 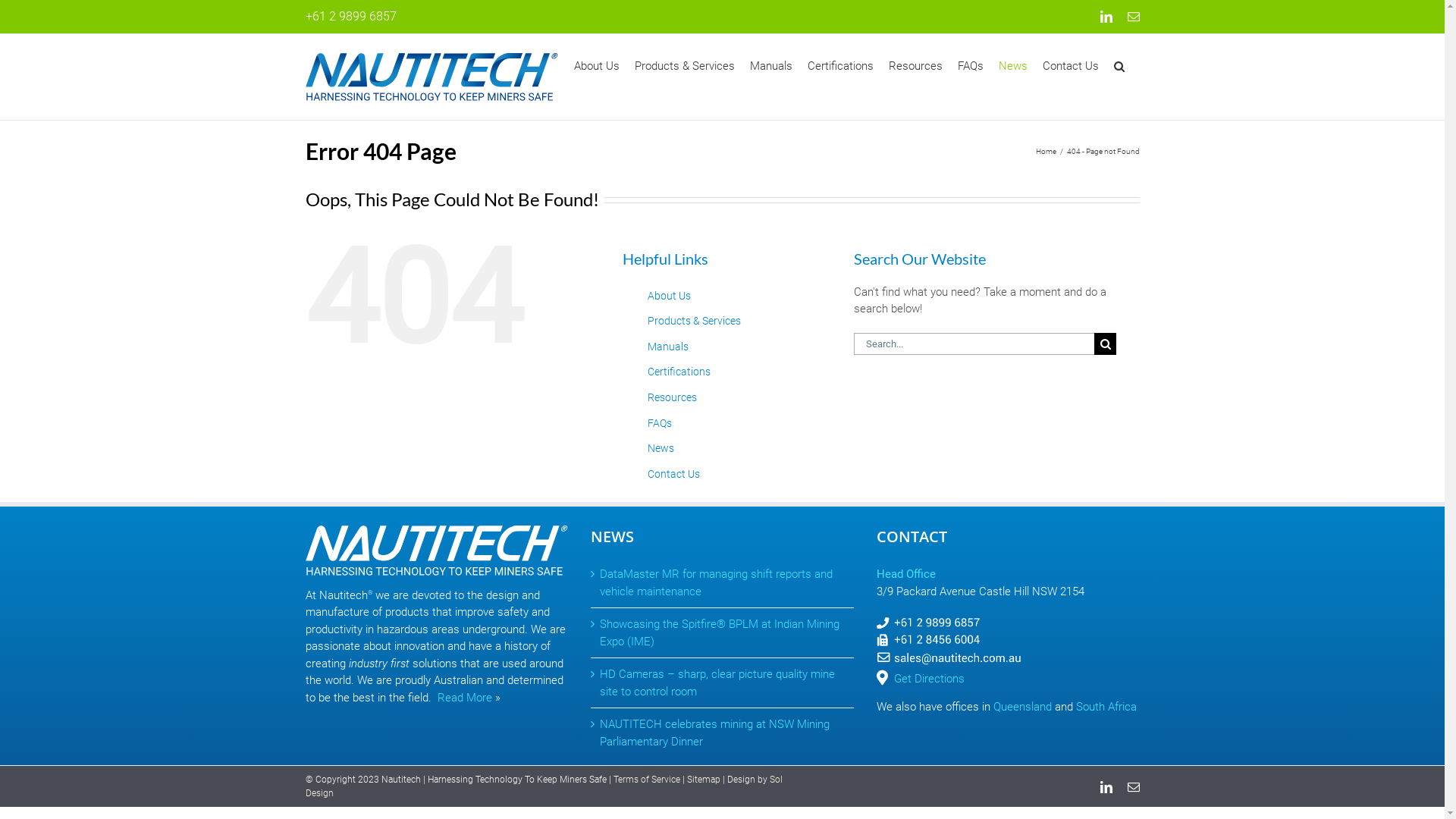 I want to click on 'Head Office', so click(x=906, y=573).